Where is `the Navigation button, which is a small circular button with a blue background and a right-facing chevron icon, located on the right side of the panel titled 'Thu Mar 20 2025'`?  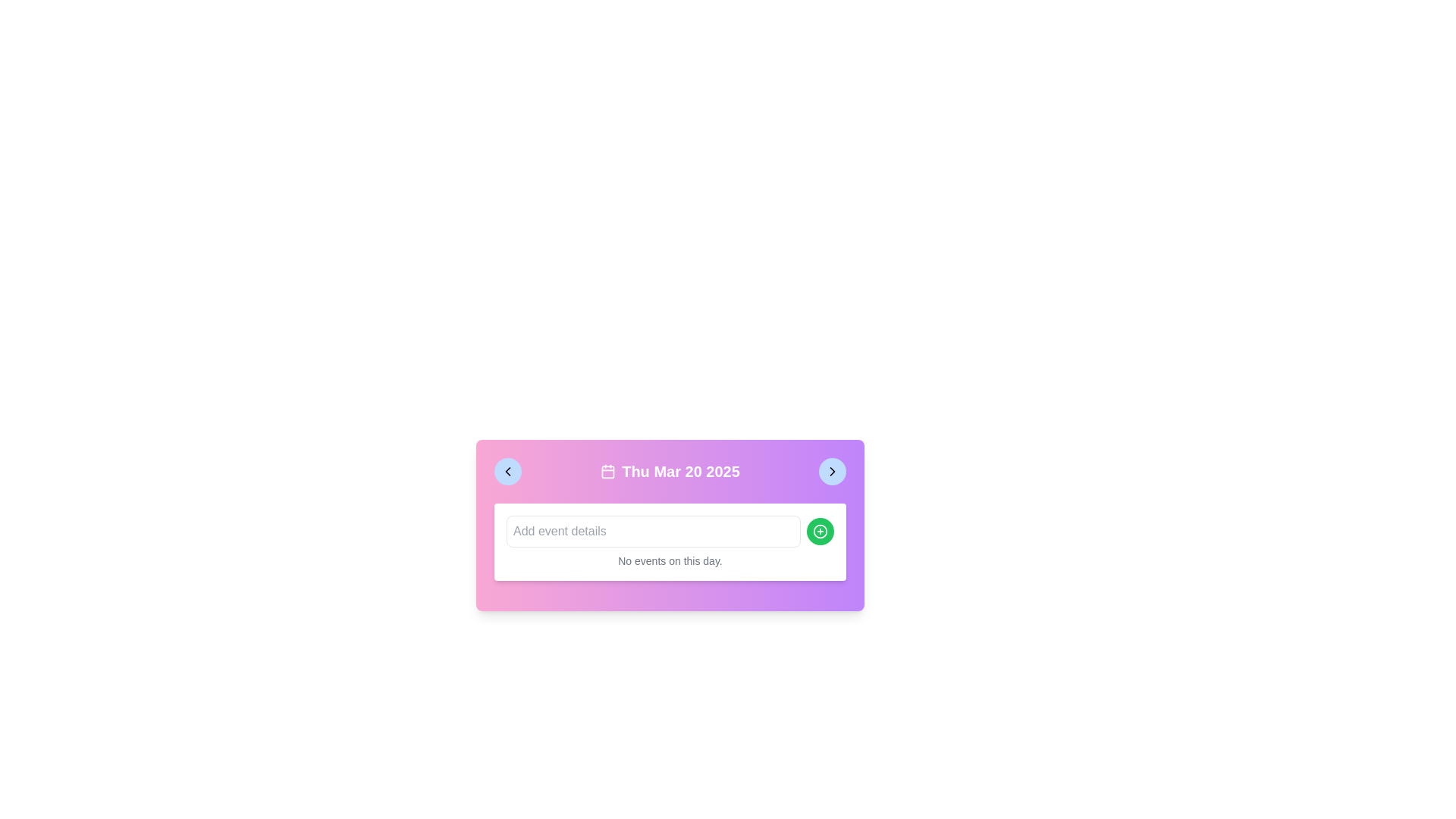
the Navigation button, which is a small circular button with a blue background and a right-facing chevron icon, located on the right side of the panel titled 'Thu Mar 20 2025' is located at coordinates (832, 470).